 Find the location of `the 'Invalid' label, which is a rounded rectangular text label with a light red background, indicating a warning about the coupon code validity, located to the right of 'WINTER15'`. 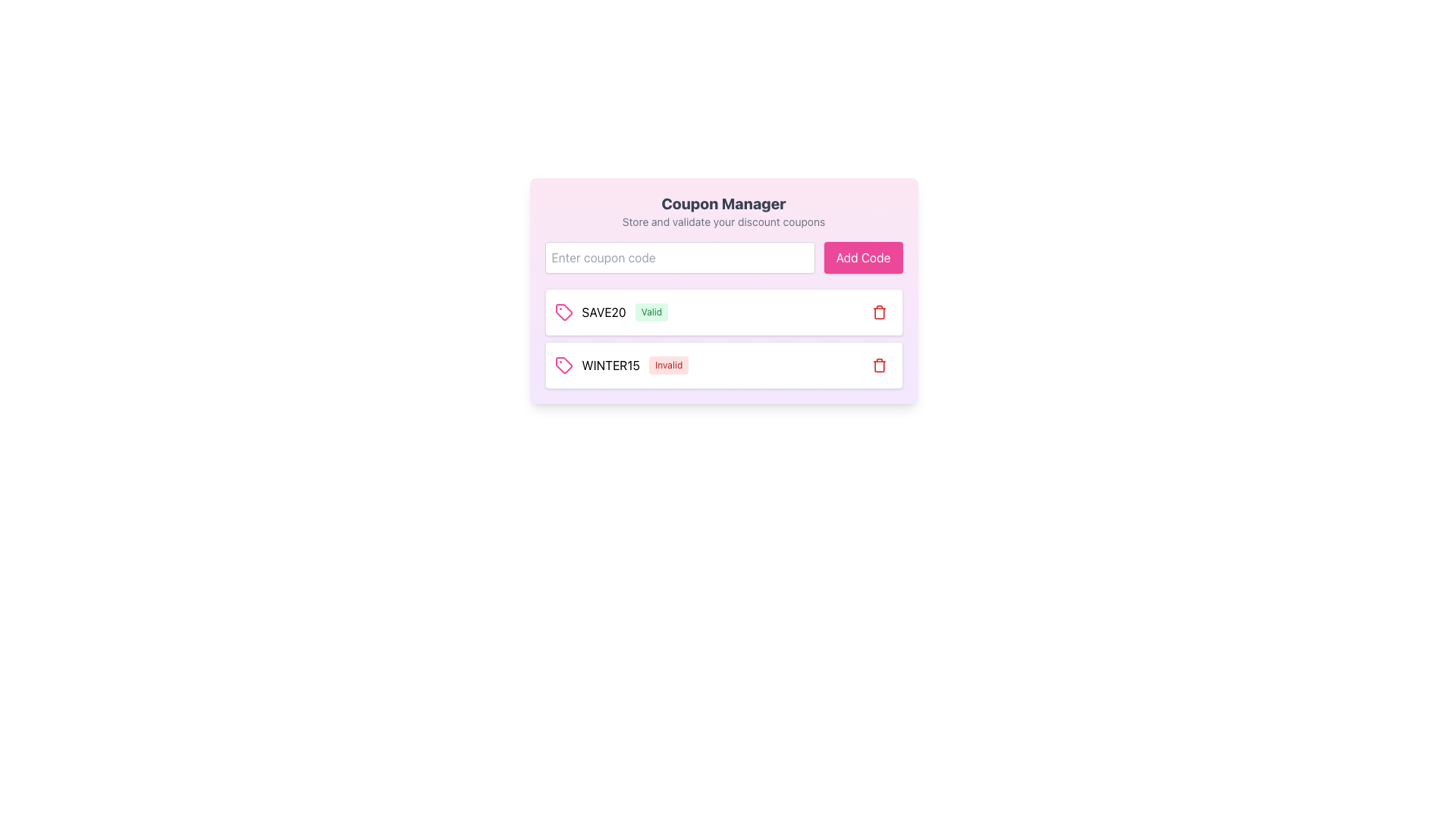

the 'Invalid' label, which is a rounded rectangular text label with a light red background, indicating a warning about the coupon code validity, located to the right of 'WINTER15' is located at coordinates (668, 366).